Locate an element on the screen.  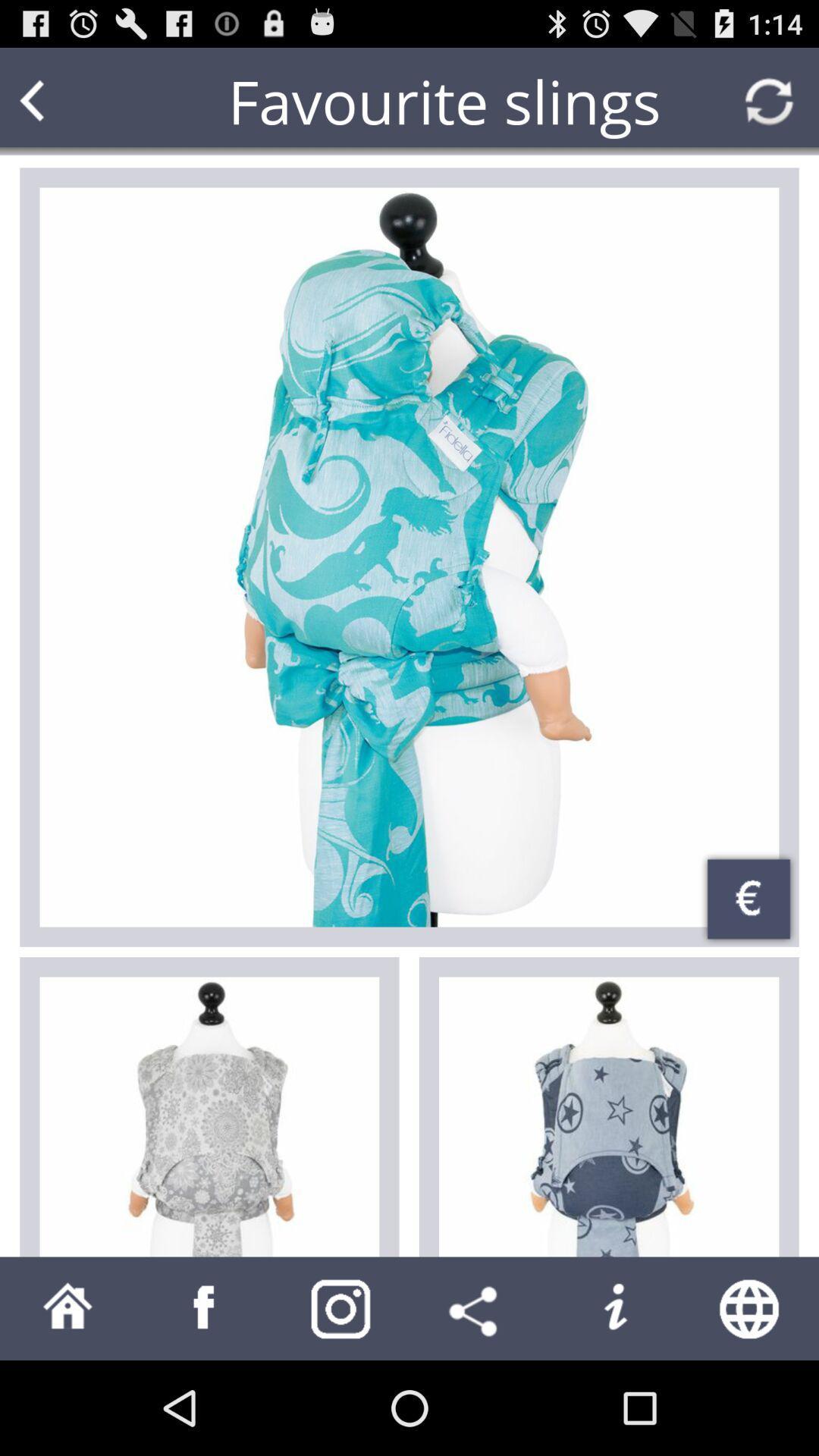
the home icon is located at coordinates (67, 1400).